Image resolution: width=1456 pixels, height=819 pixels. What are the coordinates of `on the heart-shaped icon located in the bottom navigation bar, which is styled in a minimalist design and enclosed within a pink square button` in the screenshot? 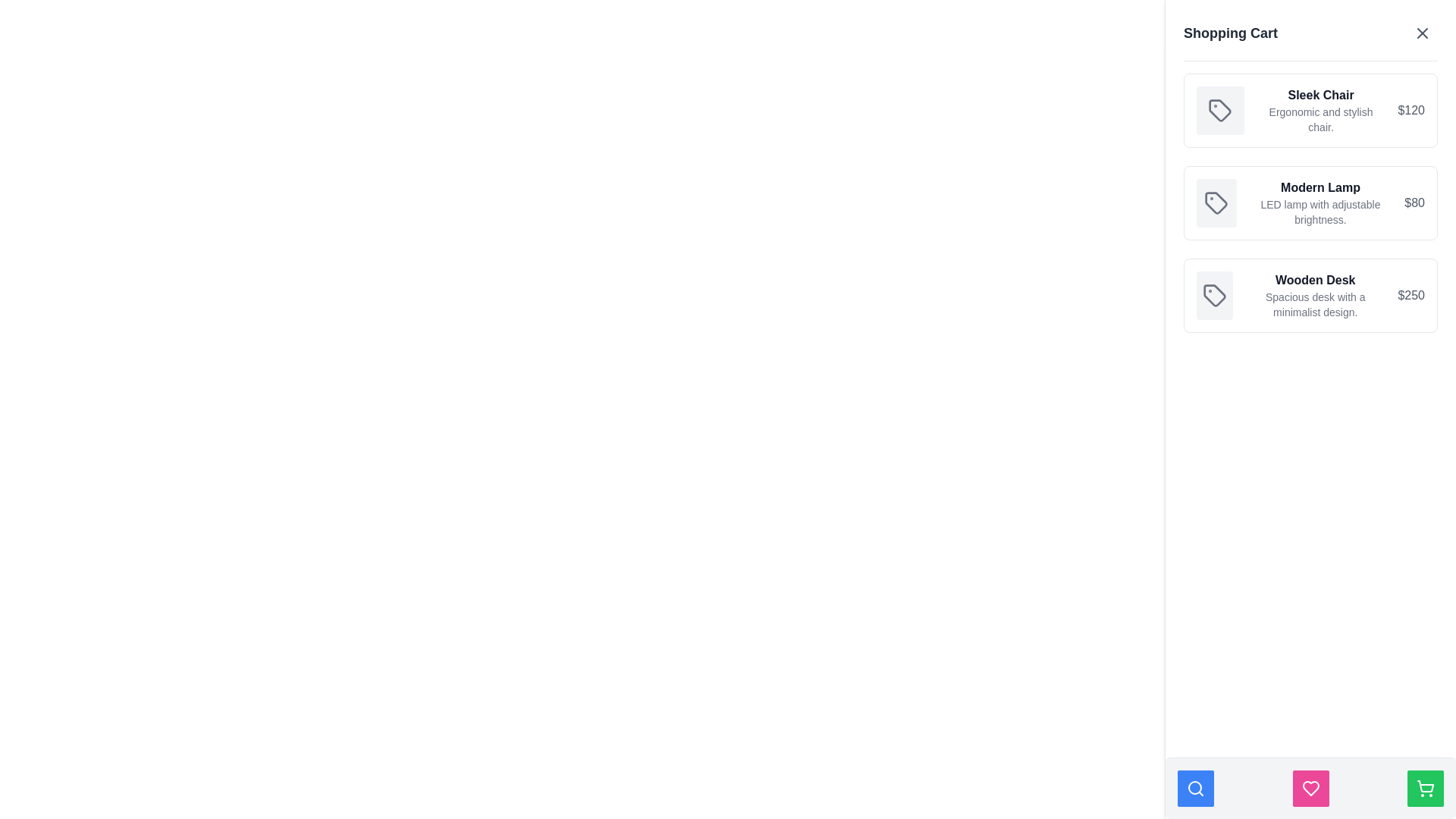 It's located at (1310, 788).